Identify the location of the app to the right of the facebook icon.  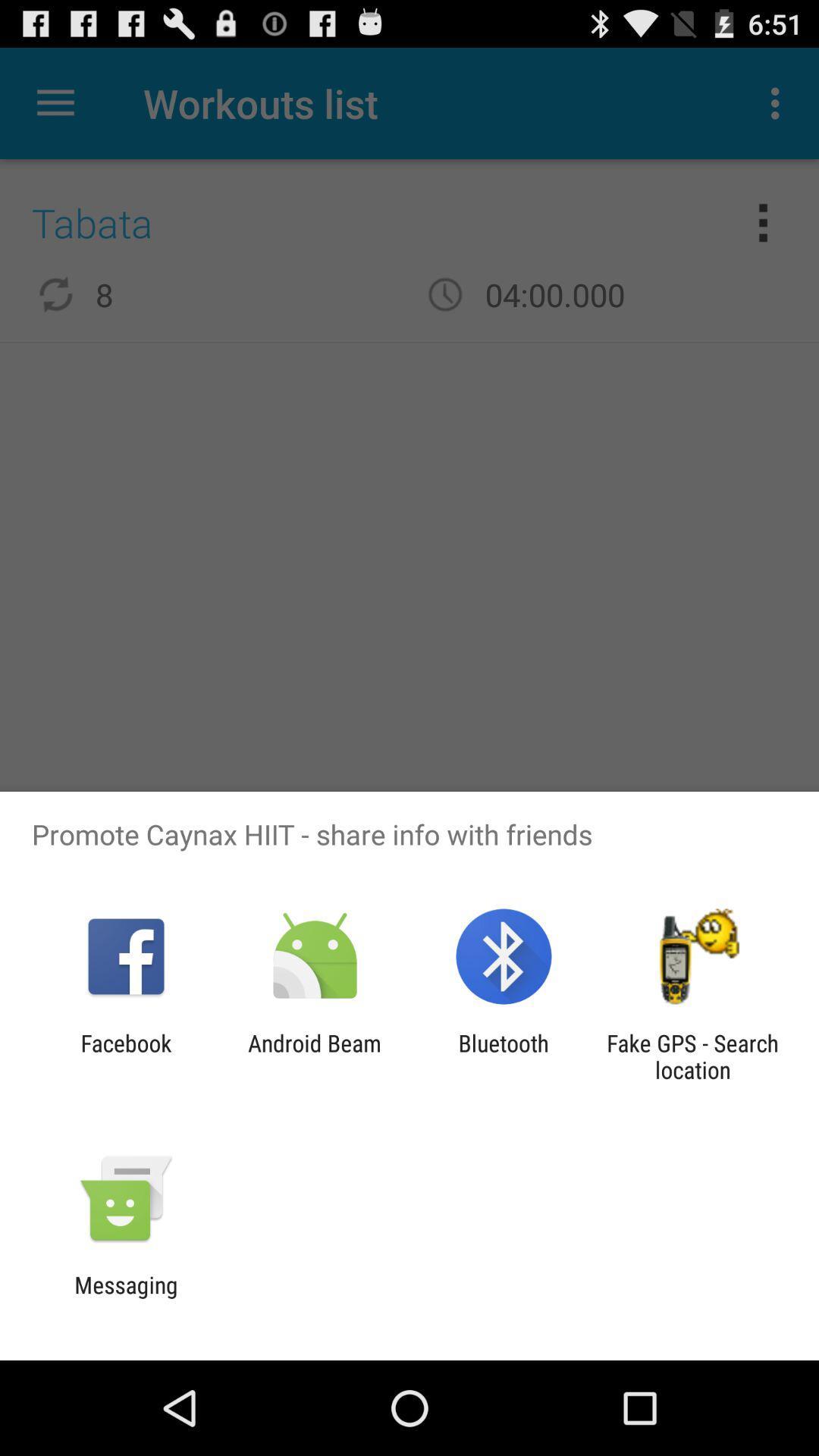
(314, 1056).